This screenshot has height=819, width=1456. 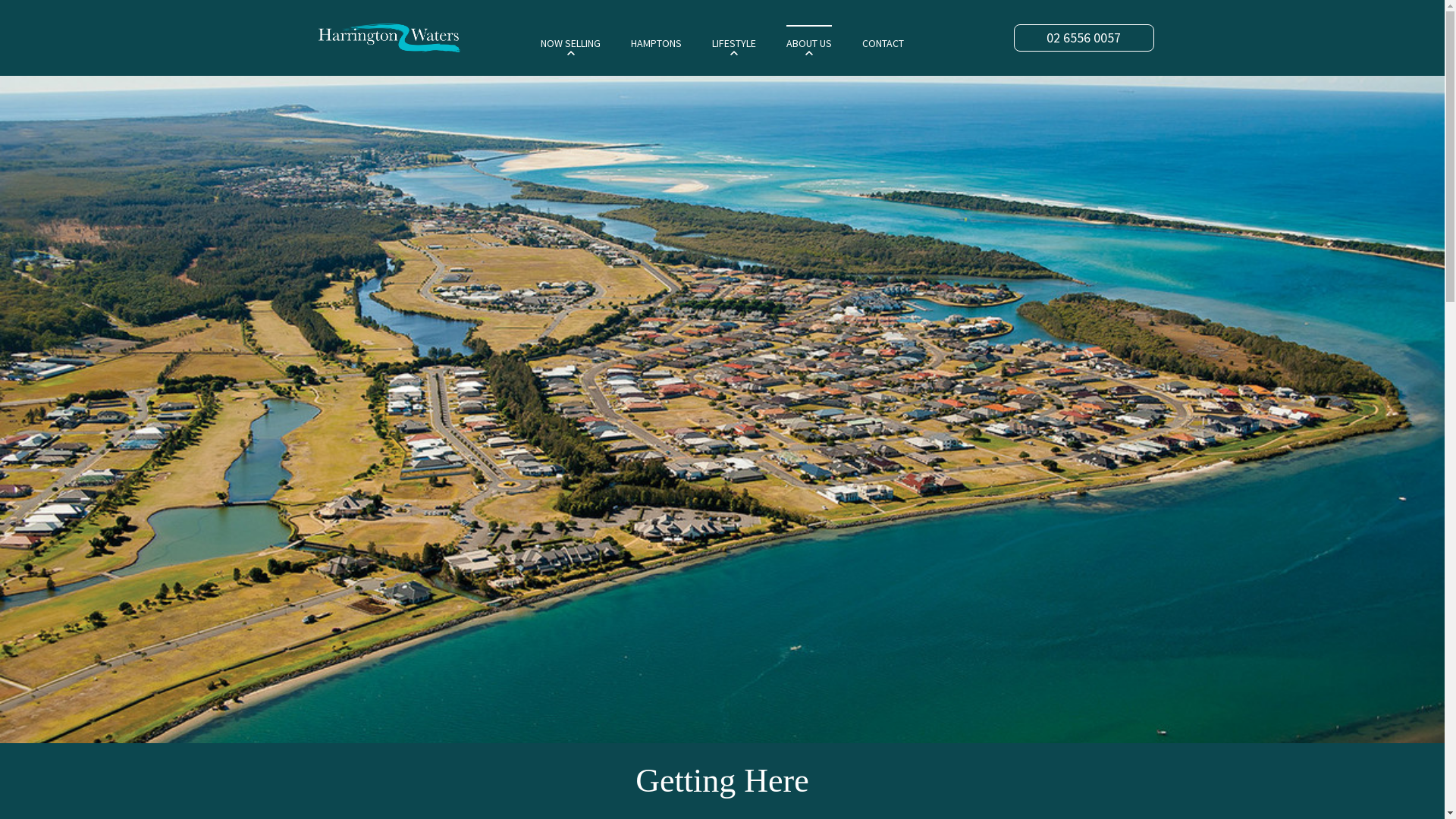 I want to click on 'LIFESTYLE', so click(x=734, y=42).